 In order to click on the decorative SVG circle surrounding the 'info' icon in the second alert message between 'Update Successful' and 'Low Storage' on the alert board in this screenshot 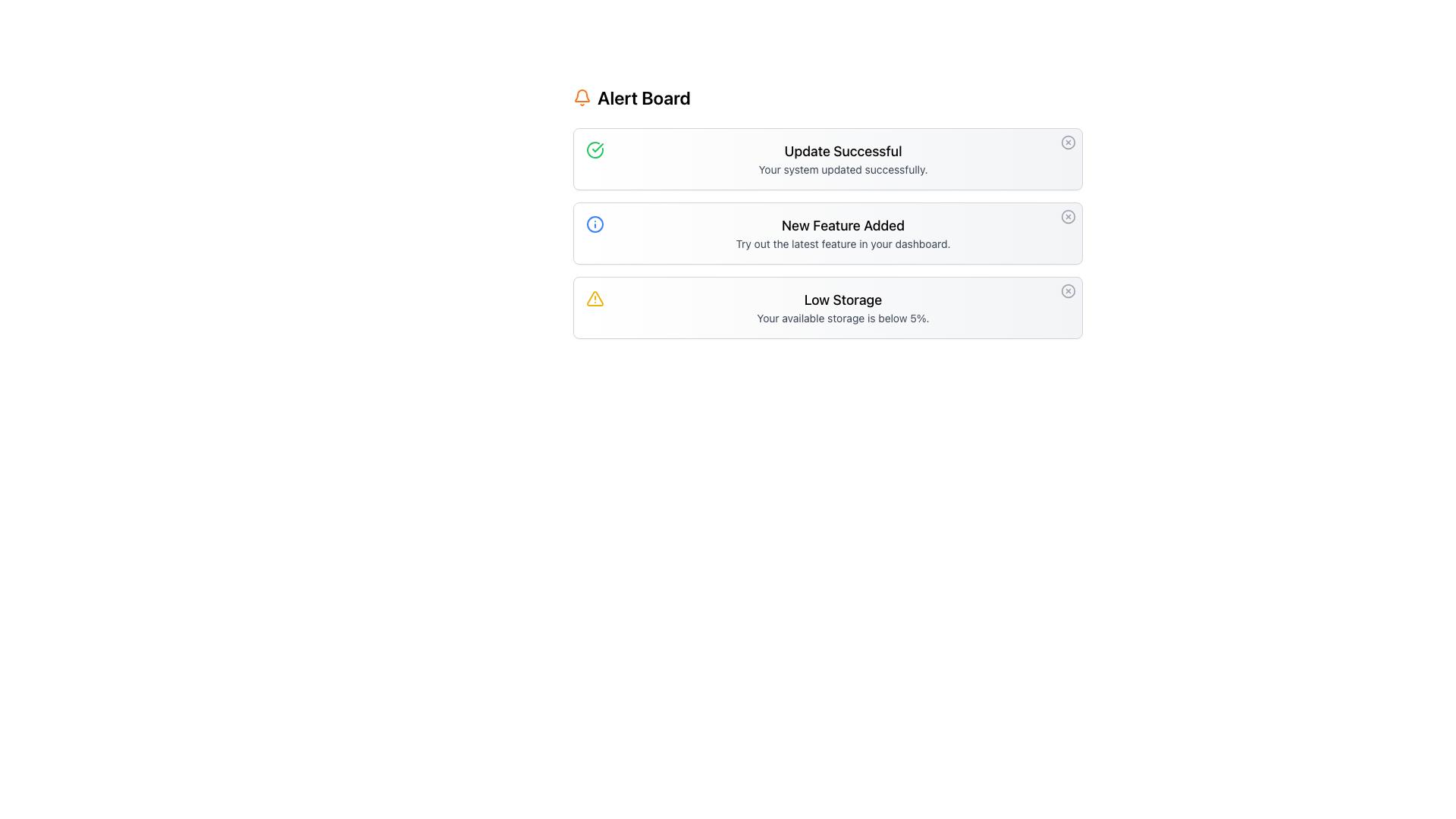, I will do `click(595, 224)`.